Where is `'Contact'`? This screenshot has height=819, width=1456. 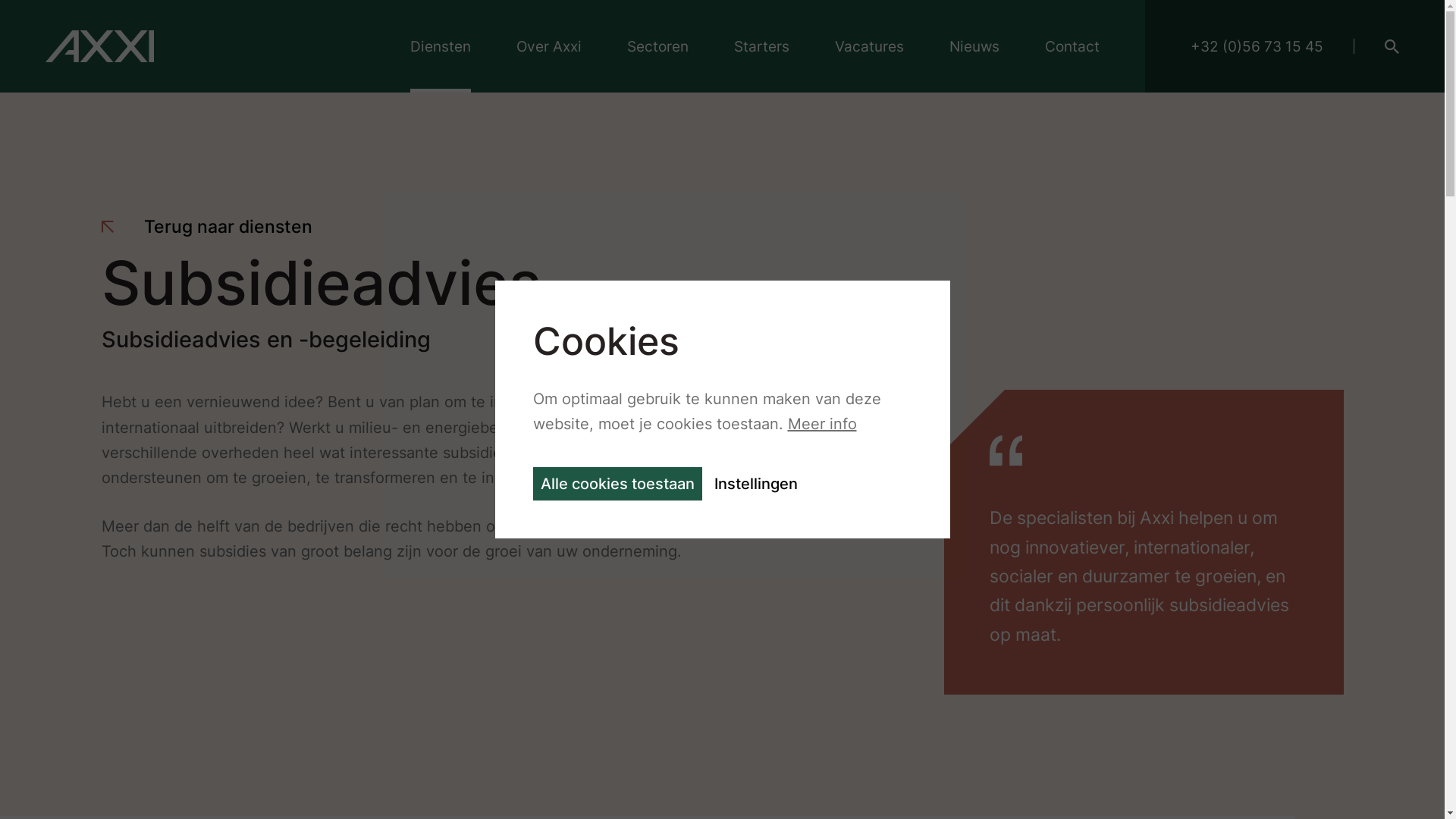
'Contact' is located at coordinates (1072, 45).